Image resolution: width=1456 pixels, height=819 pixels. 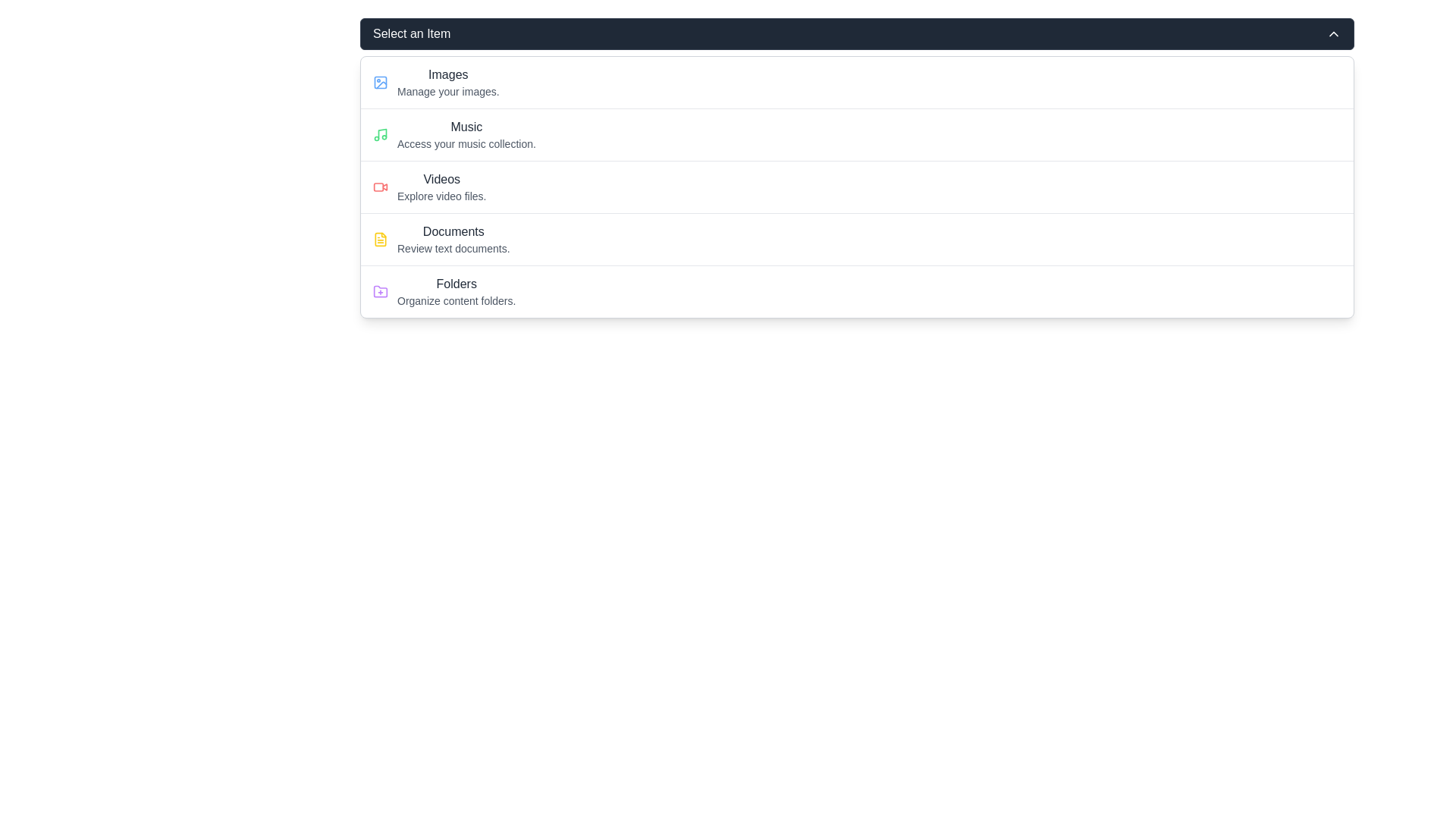 I want to click on the rectangular graphical component with rounded corners inside the video camera icon associated with the 'Videos' option, so click(x=378, y=186).